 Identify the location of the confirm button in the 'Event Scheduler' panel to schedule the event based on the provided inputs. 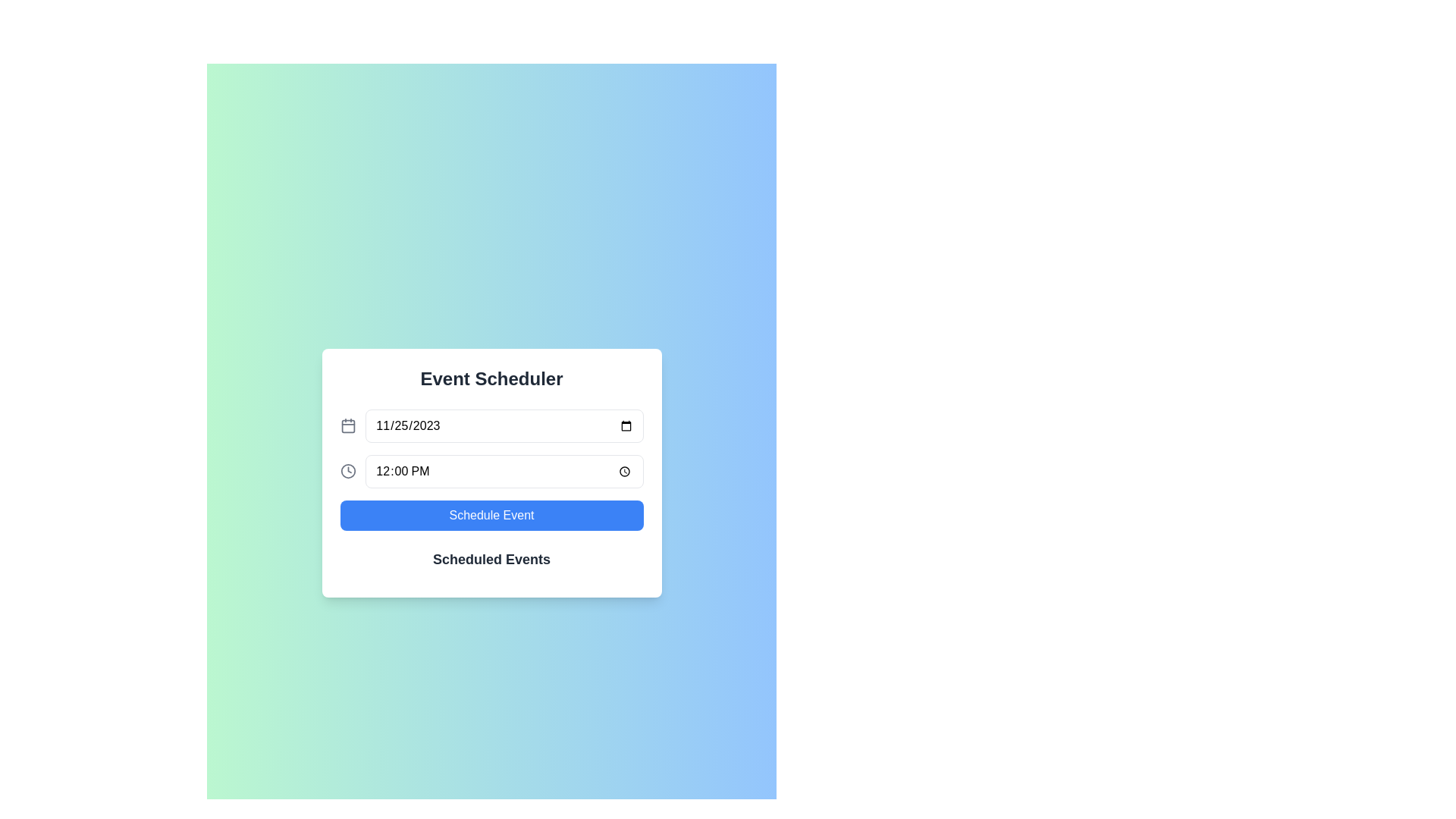
(491, 514).